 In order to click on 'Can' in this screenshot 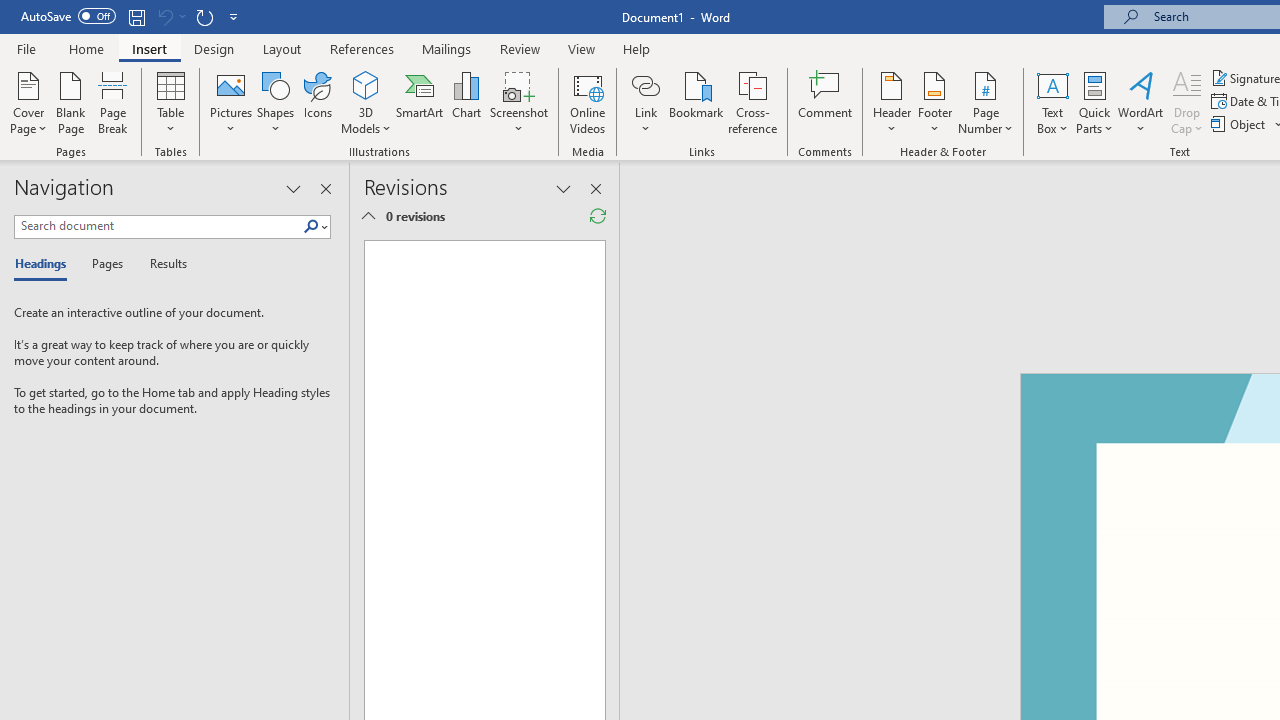, I will do `click(164, 16)`.